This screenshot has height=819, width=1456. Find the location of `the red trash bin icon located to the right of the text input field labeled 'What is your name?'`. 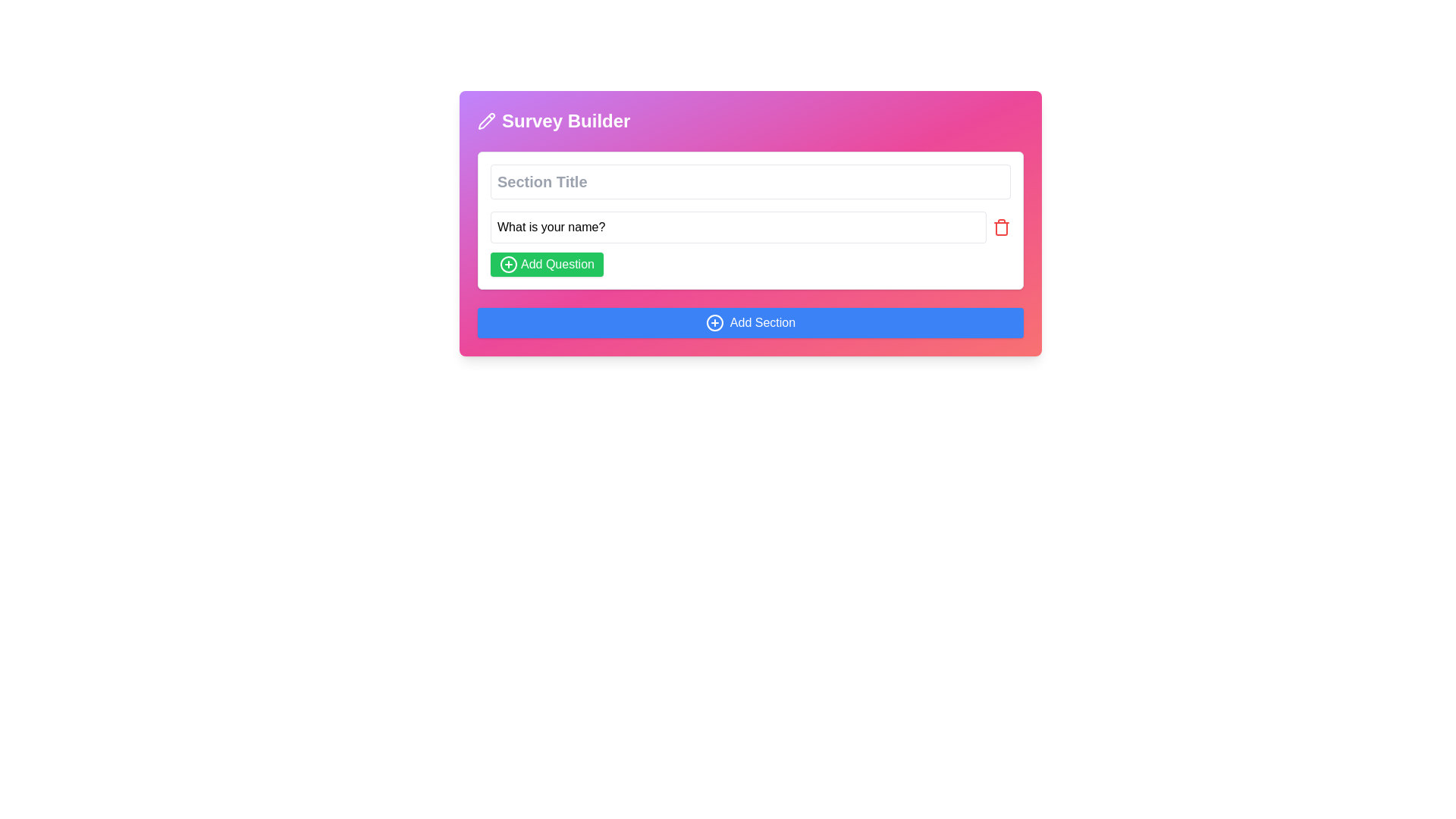

the red trash bin icon located to the right of the text input field labeled 'What is your name?' is located at coordinates (1001, 227).